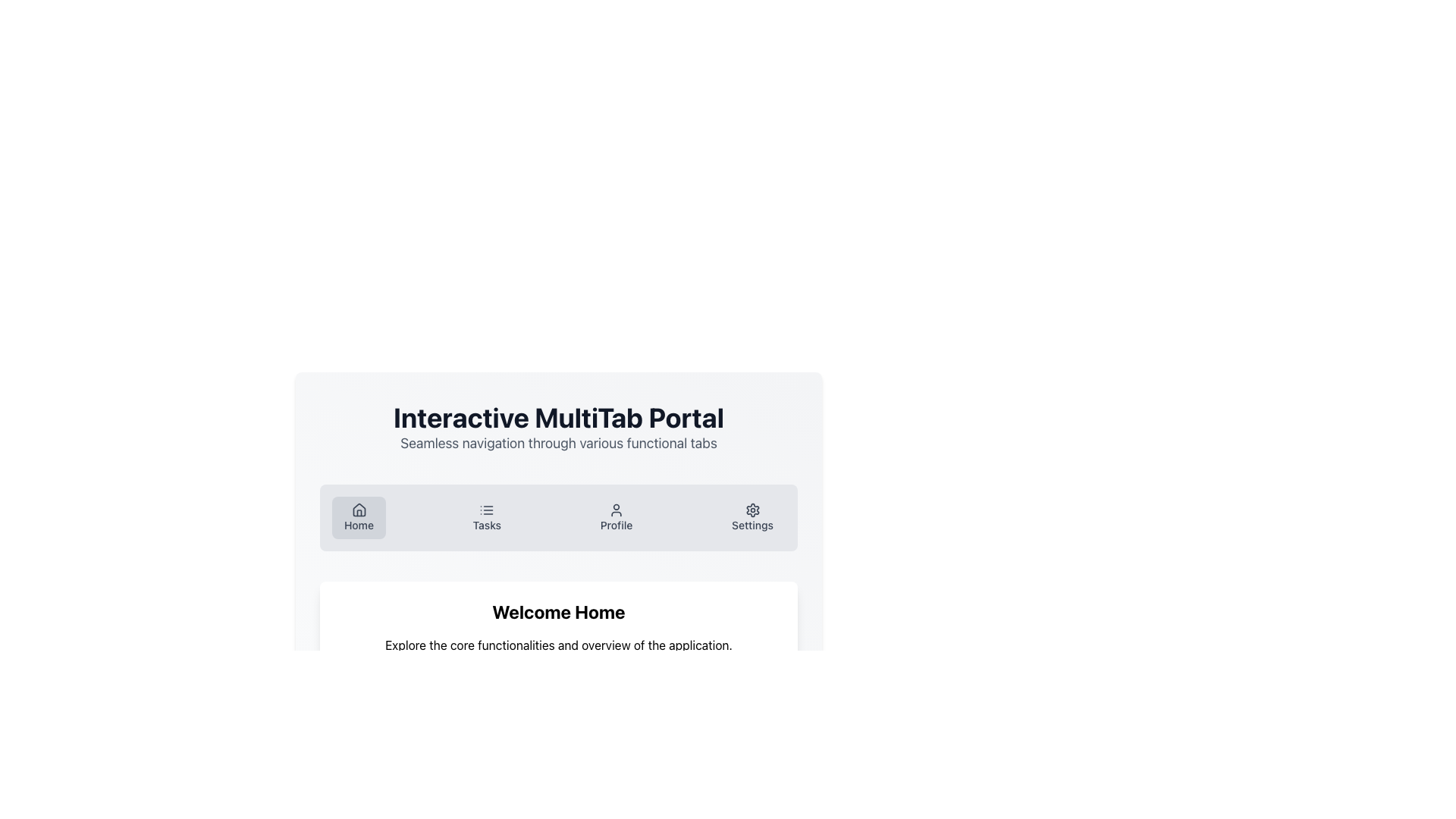 Image resolution: width=1456 pixels, height=819 pixels. Describe the element at coordinates (358, 525) in the screenshot. I see `the 'Home' text label in the navigation bar, which is the left-most element positioned below the house icon` at that location.